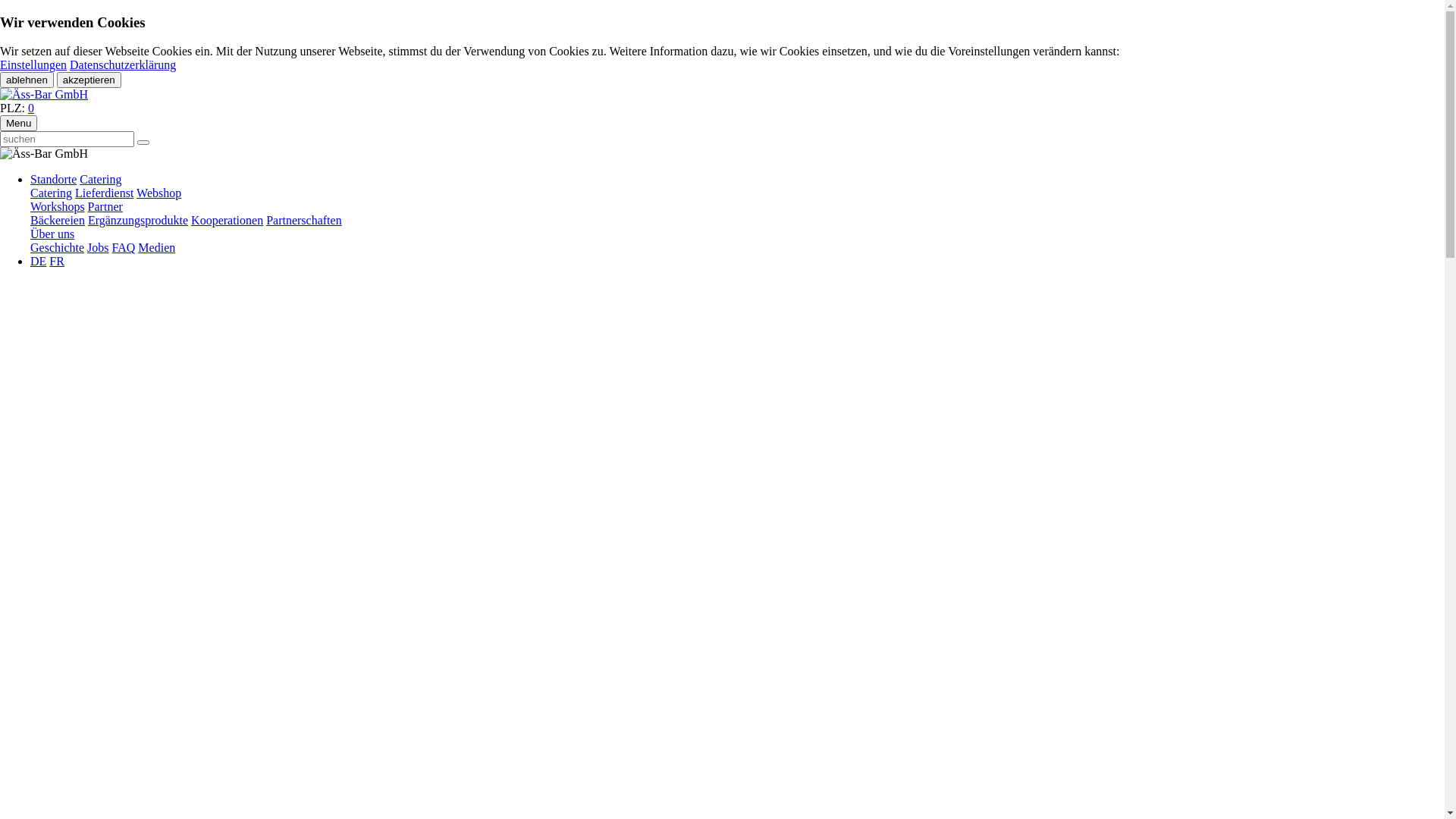 This screenshot has width=1456, height=819. What do you see at coordinates (18, 122) in the screenshot?
I see `'Menu'` at bounding box center [18, 122].